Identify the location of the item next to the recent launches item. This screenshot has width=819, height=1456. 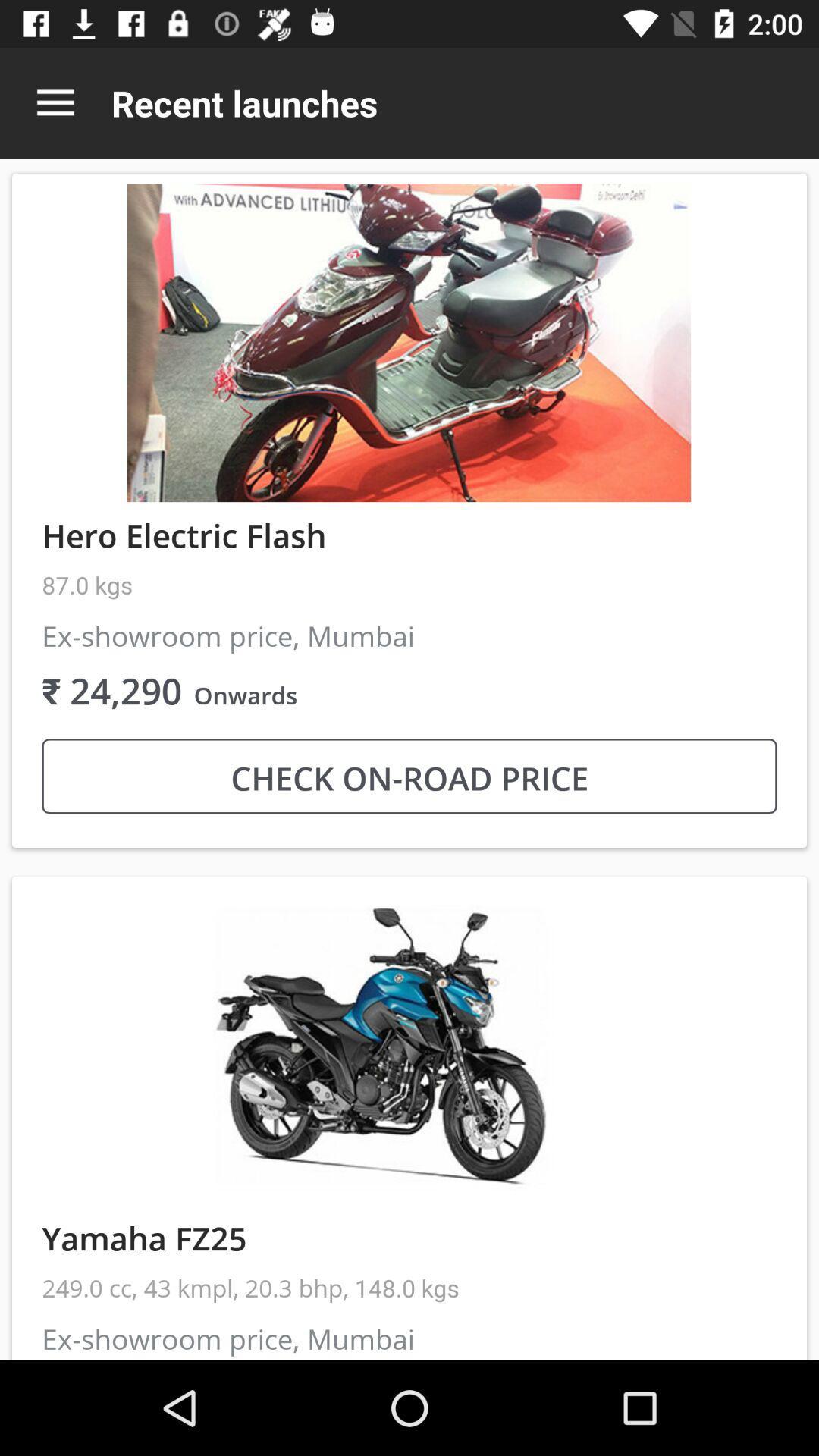
(55, 102).